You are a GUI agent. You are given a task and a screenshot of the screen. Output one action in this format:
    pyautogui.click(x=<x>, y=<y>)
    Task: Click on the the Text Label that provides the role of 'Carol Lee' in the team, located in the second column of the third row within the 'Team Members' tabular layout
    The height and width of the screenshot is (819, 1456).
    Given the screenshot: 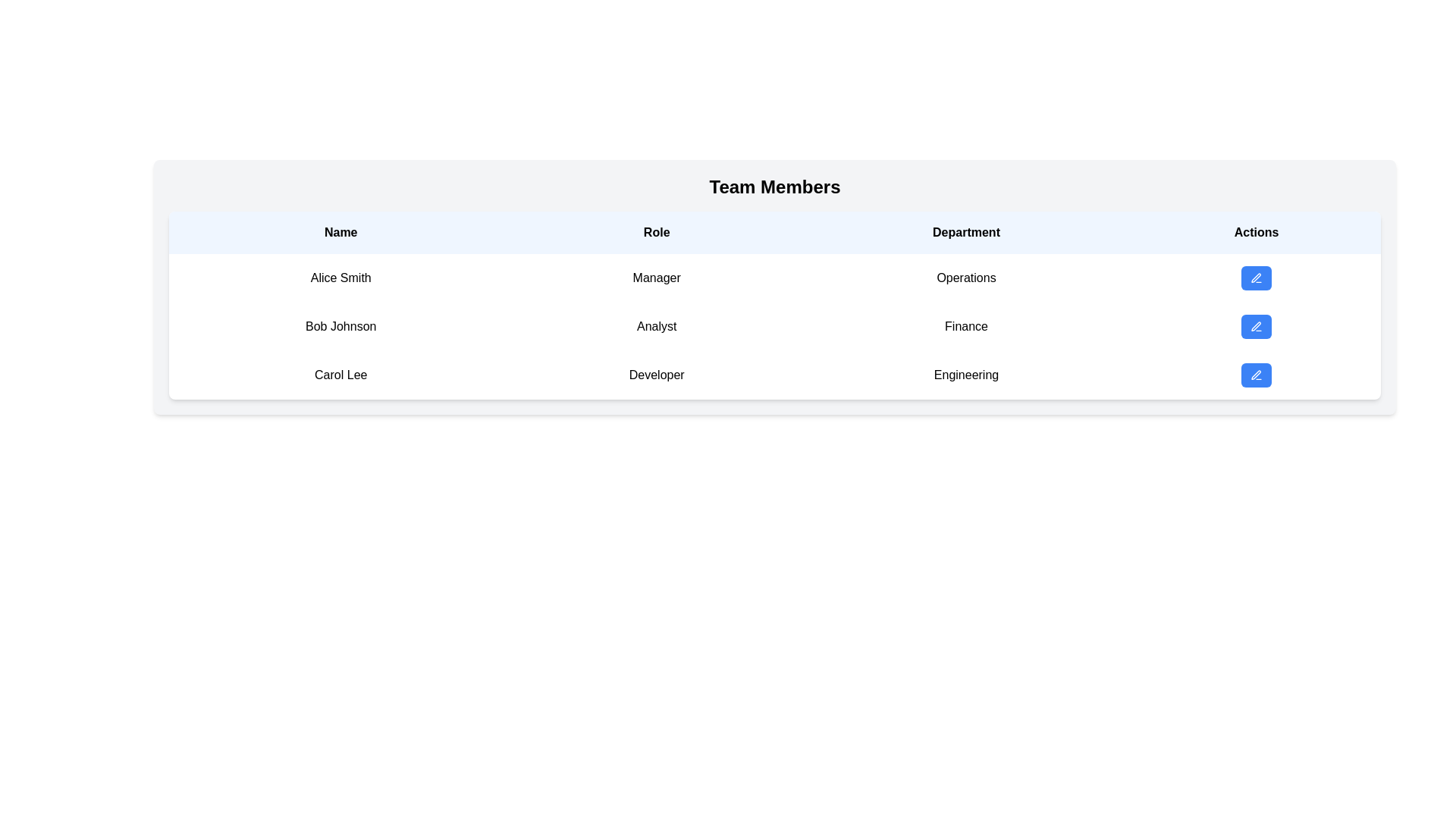 What is the action you would take?
    pyautogui.click(x=657, y=375)
    